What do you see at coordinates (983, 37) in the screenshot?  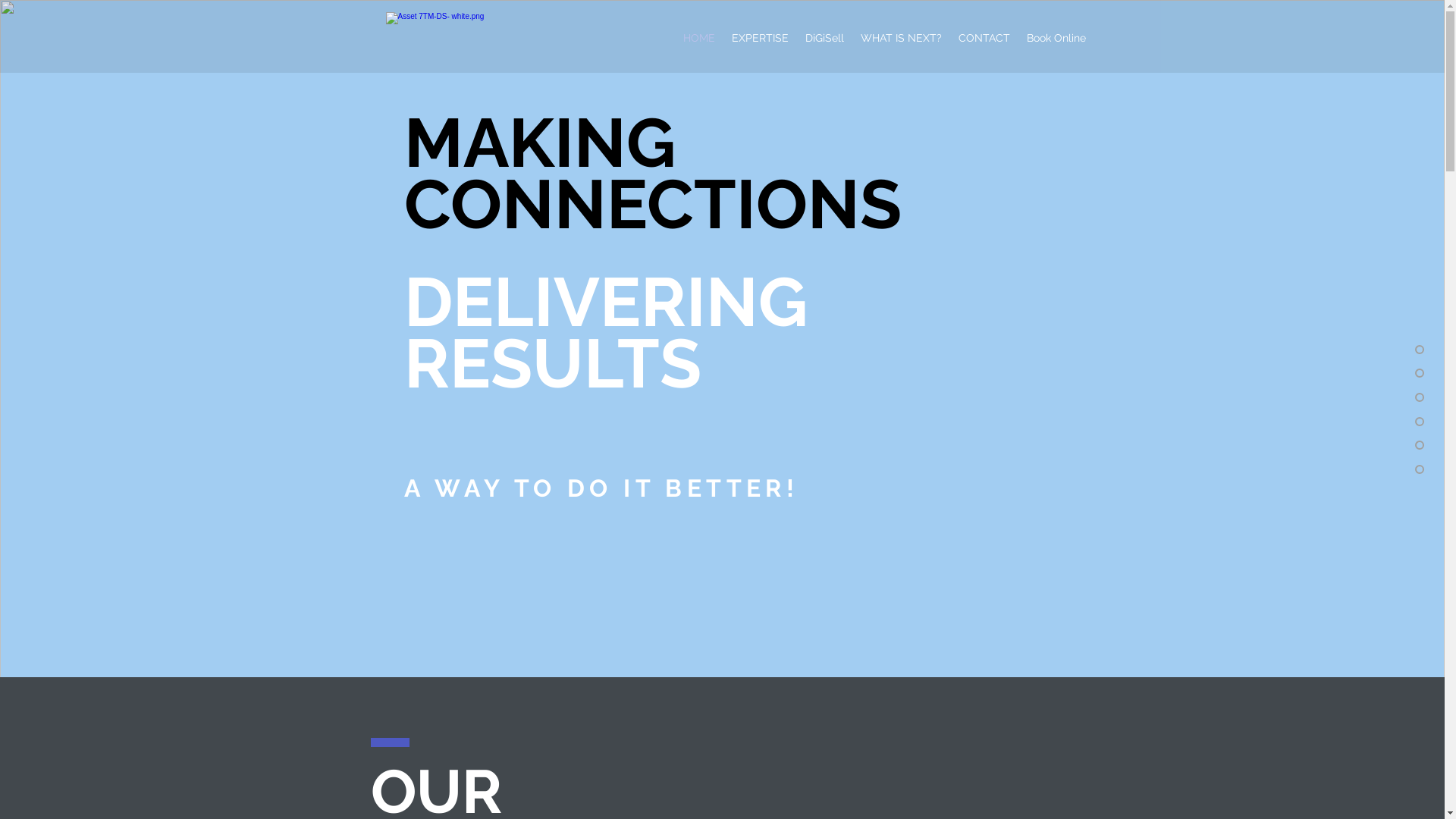 I see `'CONTACT'` at bounding box center [983, 37].